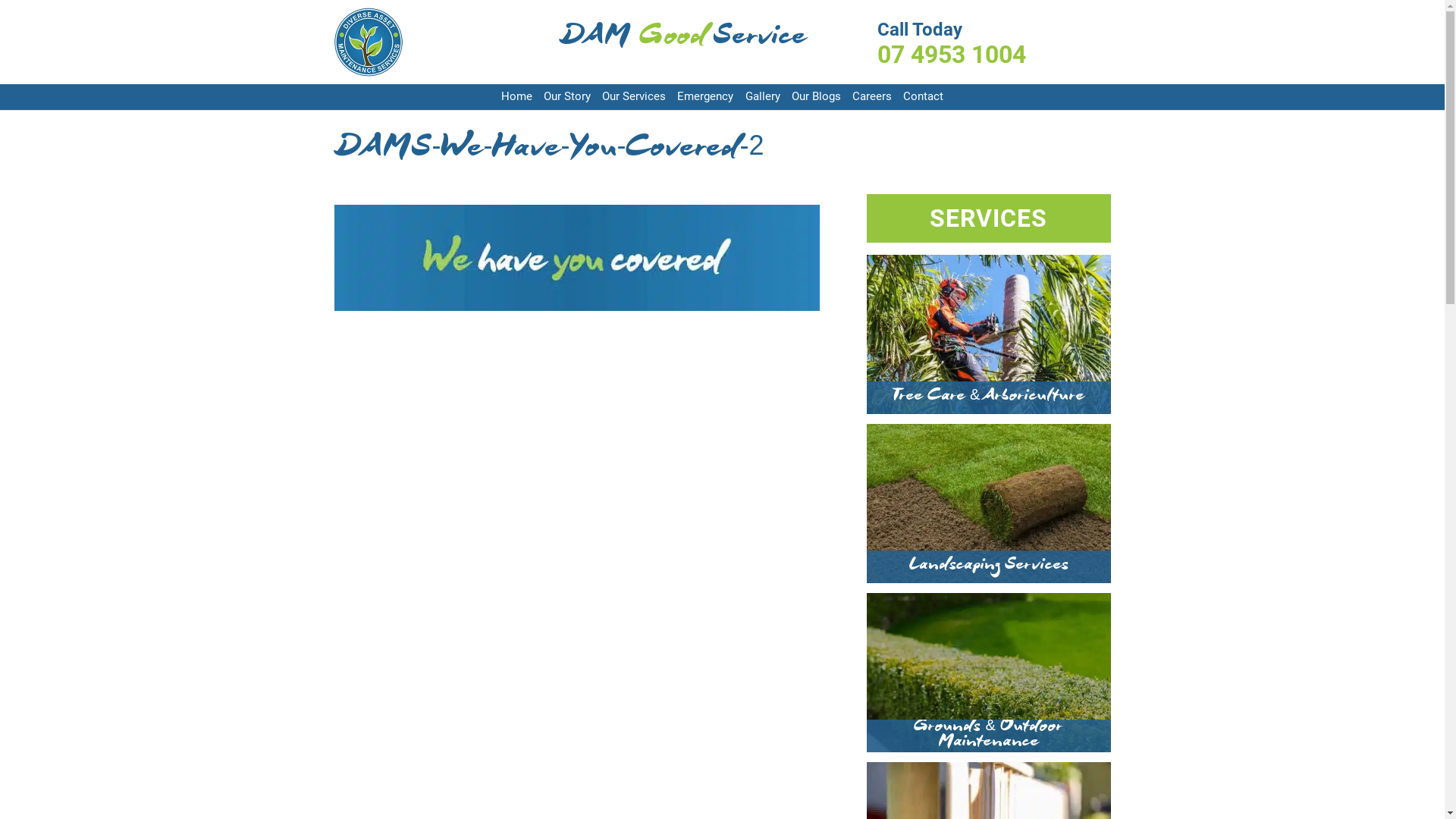 This screenshot has width=1456, height=819. What do you see at coordinates (763, 97) in the screenshot?
I see `'Gallery'` at bounding box center [763, 97].